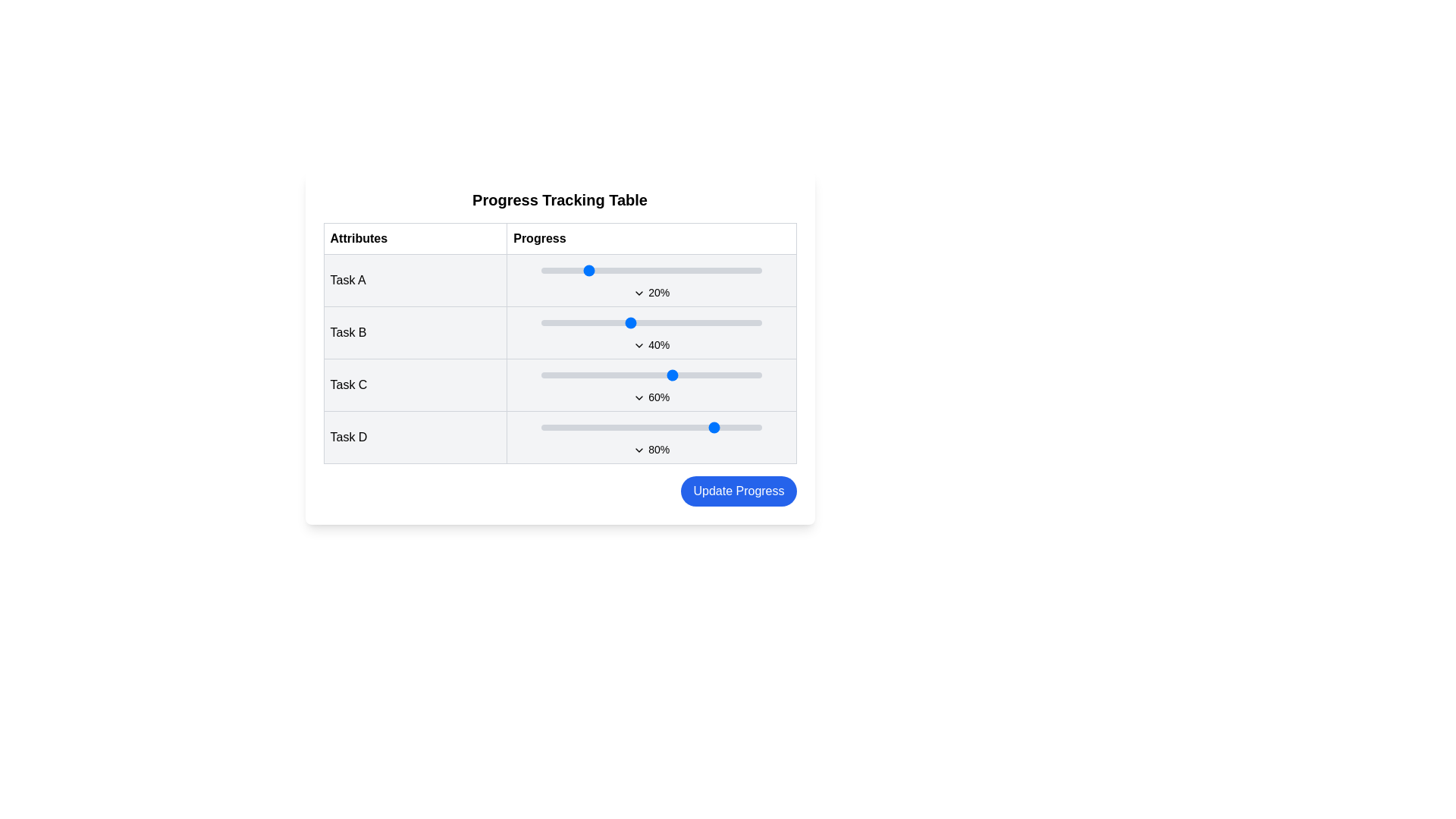 This screenshot has height=819, width=1456. What do you see at coordinates (568, 270) in the screenshot?
I see `the slider value` at bounding box center [568, 270].